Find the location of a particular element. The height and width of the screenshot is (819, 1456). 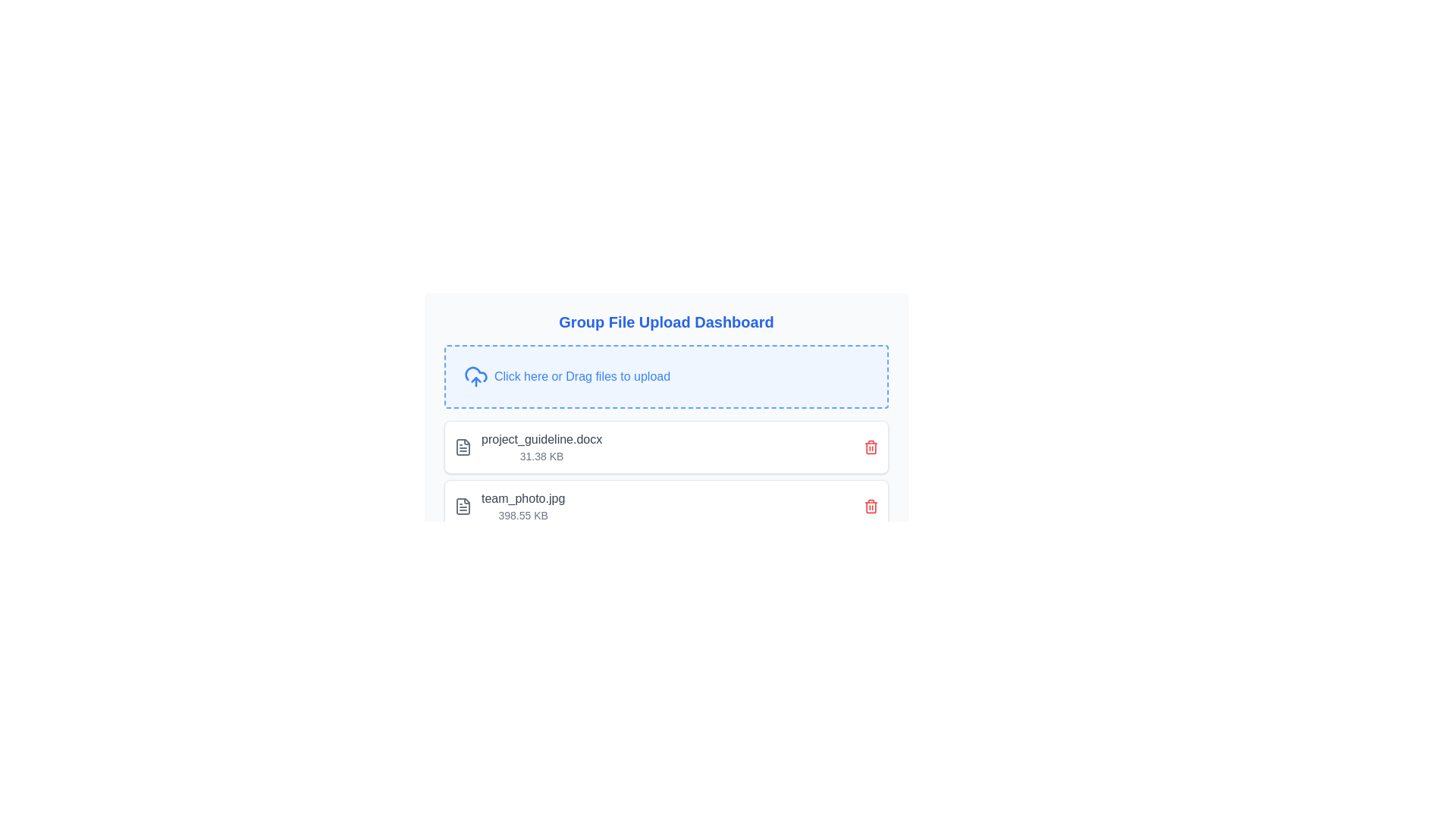

the first file list item in the file upload interface is located at coordinates (528, 447).